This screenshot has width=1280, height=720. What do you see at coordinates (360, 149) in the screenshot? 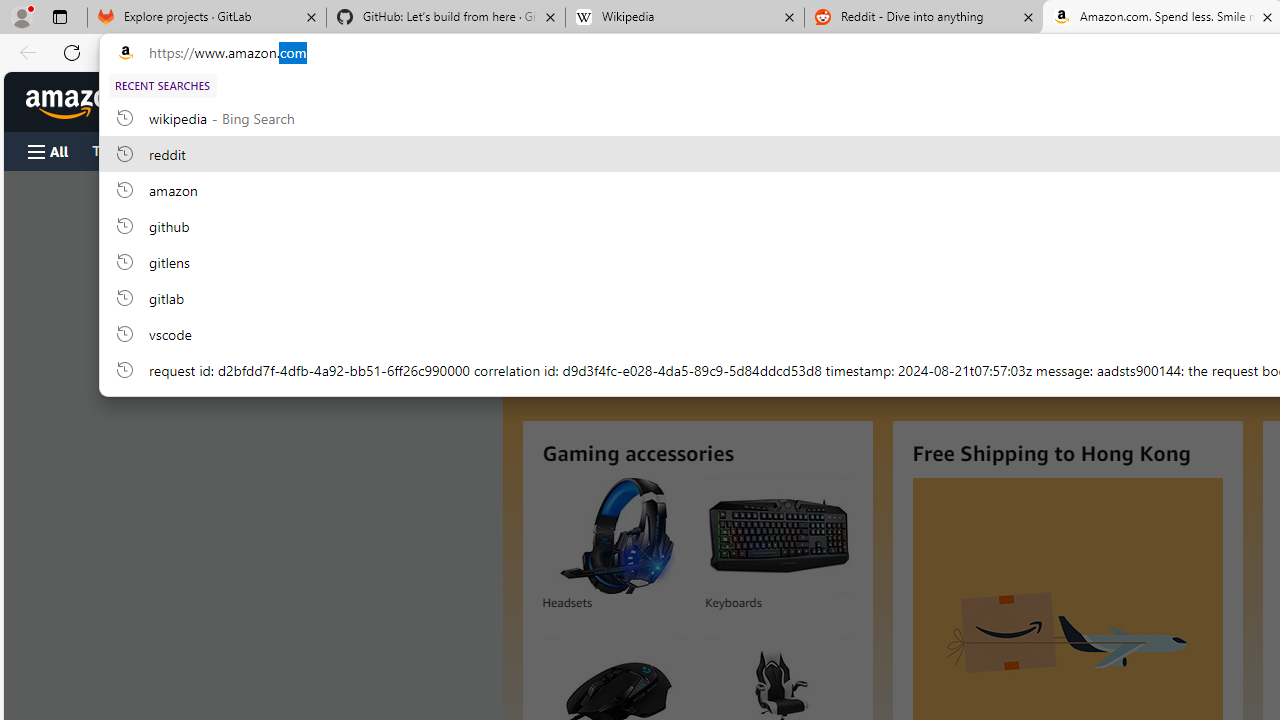
I see `'Registry'` at bounding box center [360, 149].